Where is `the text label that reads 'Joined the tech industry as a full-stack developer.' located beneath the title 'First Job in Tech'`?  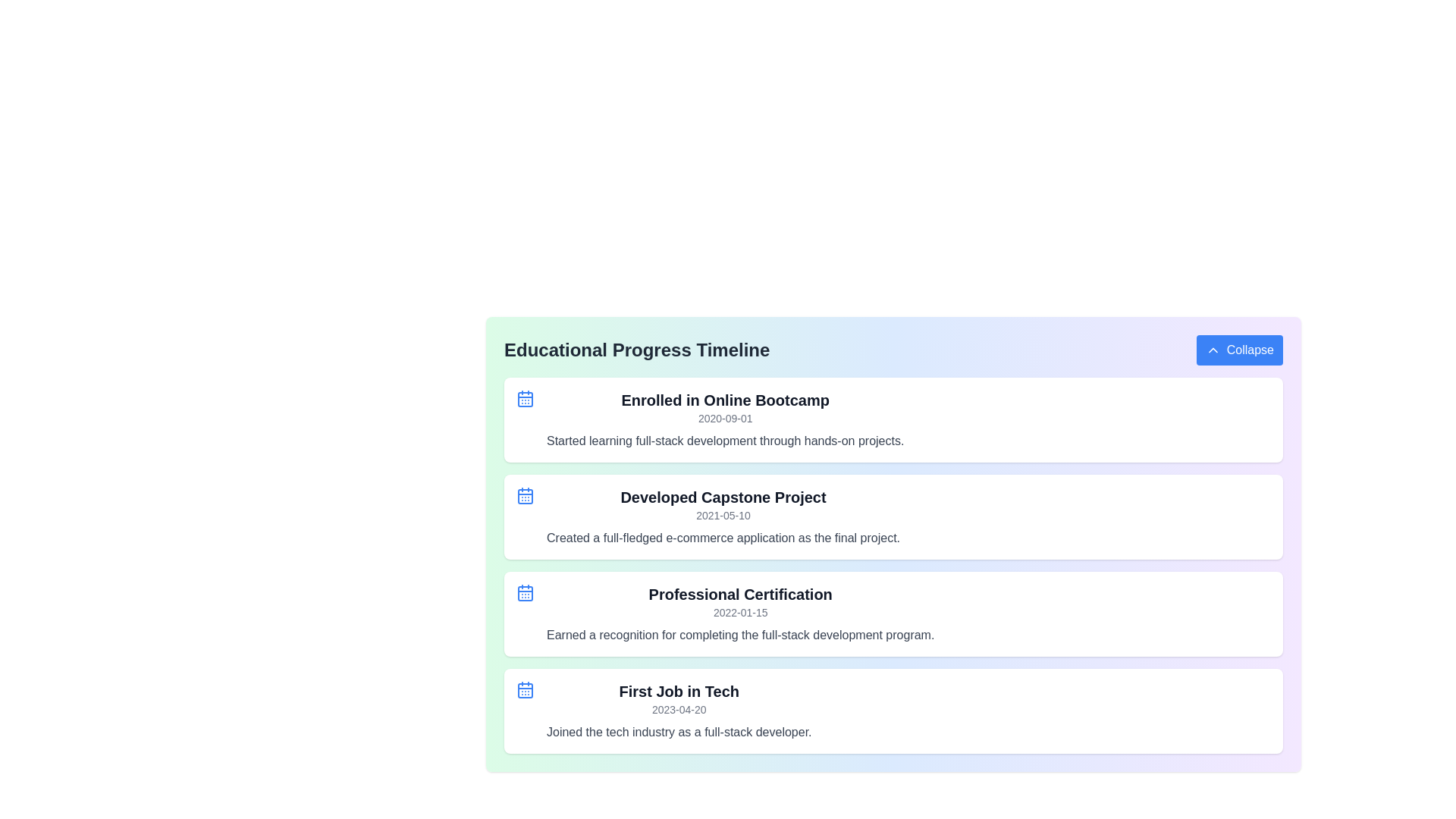
the text label that reads 'Joined the tech industry as a full-stack developer.' located beneath the title 'First Job in Tech' is located at coordinates (678, 731).